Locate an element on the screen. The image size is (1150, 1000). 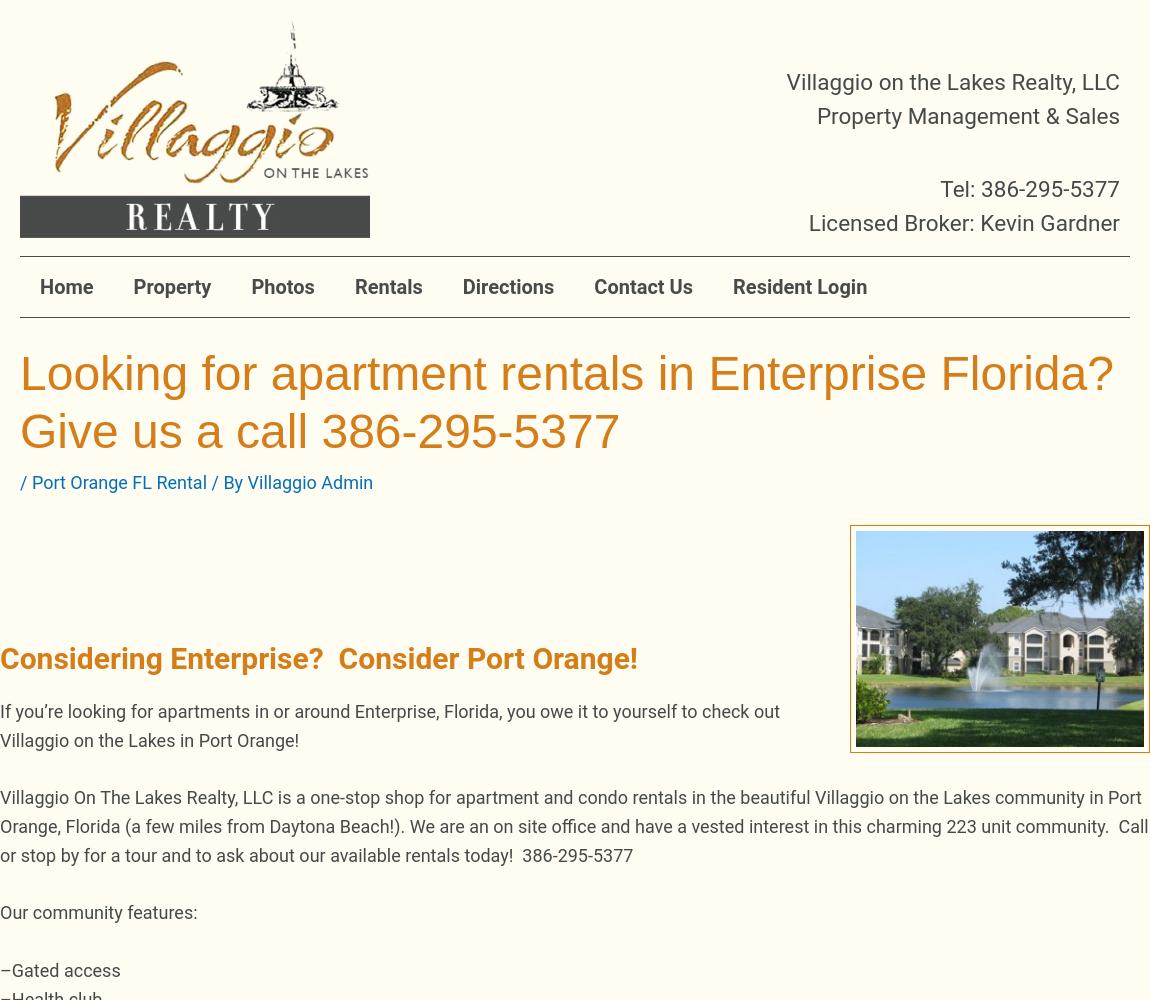
'–Gated access' is located at coordinates (59, 968).